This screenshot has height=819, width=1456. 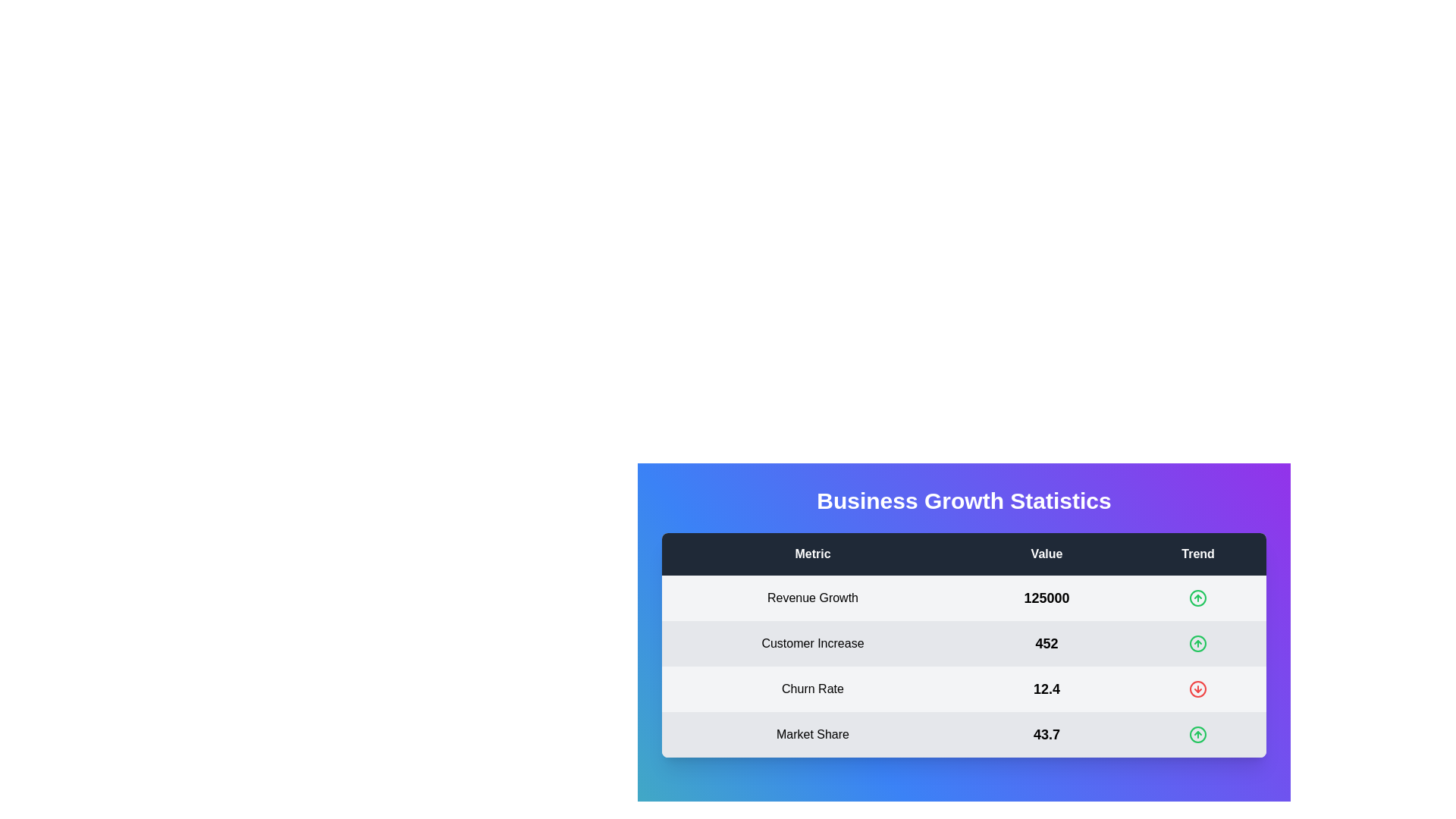 What do you see at coordinates (1046, 554) in the screenshot?
I see `the Value header to sort or filter the data` at bounding box center [1046, 554].